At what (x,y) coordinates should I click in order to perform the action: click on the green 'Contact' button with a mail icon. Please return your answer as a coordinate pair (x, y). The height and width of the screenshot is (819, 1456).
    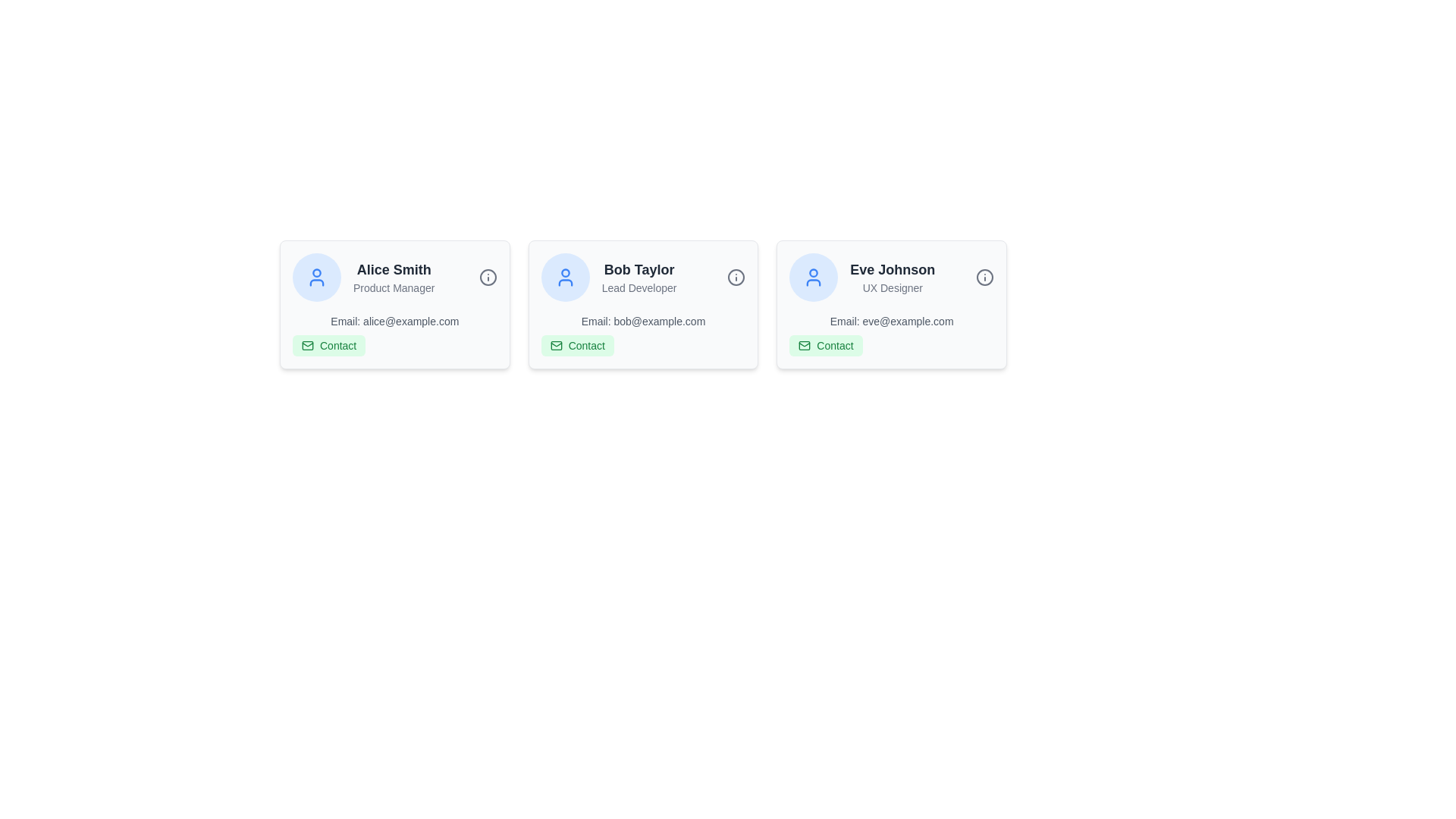
    Looking at the image, I should click on (576, 345).